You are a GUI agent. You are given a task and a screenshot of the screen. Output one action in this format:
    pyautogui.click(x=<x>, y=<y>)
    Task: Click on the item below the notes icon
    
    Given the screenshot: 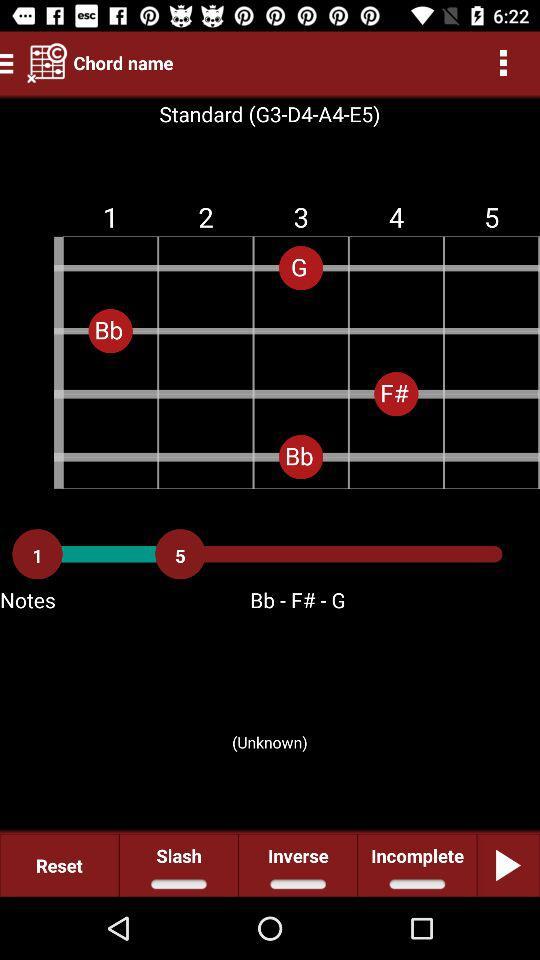 What is the action you would take?
    pyautogui.click(x=270, y=714)
    